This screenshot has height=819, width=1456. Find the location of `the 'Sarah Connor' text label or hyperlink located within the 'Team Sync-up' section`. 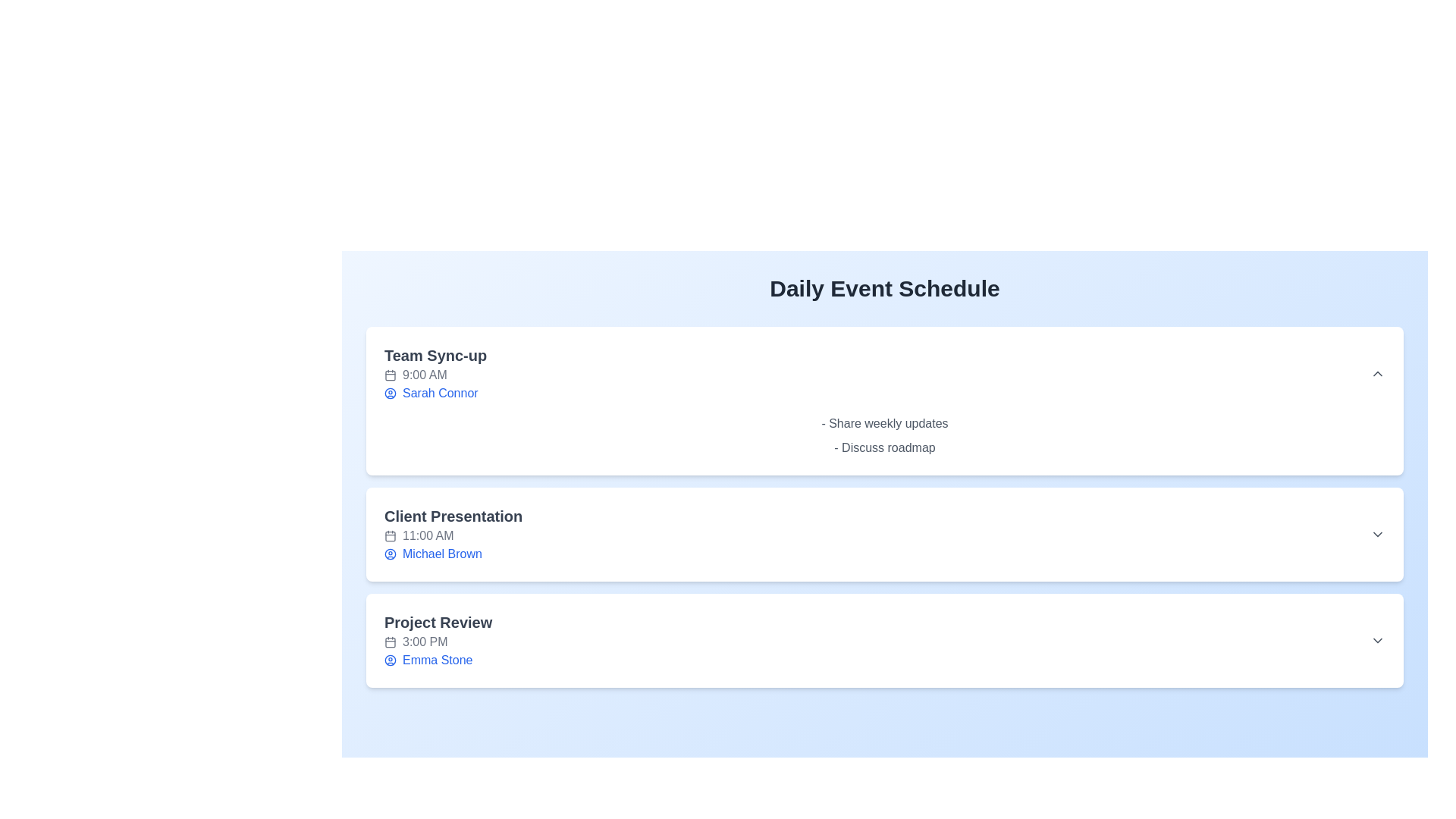

the 'Sarah Connor' text label or hyperlink located within the 'Team Sync-up' section is located at coordinates (439, 393).